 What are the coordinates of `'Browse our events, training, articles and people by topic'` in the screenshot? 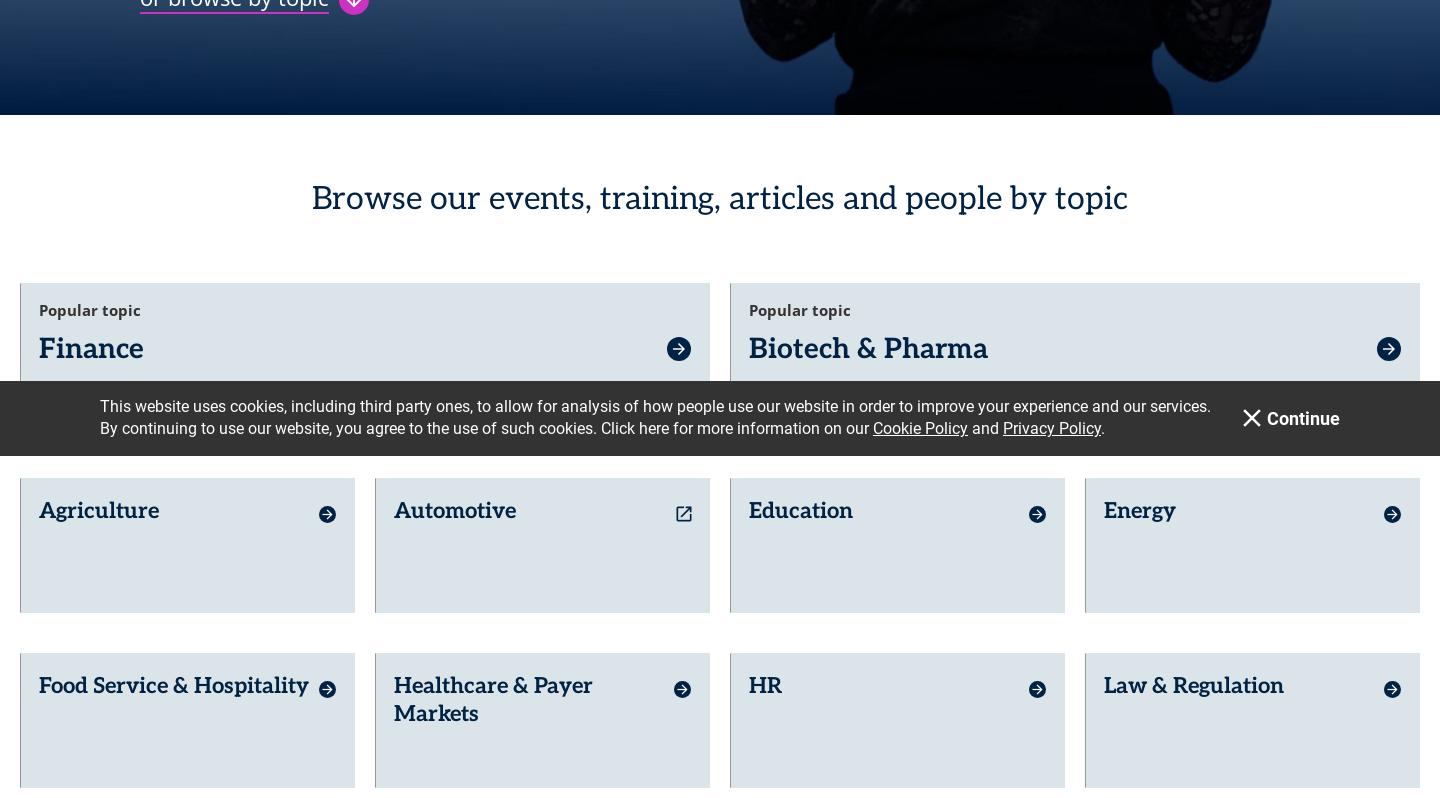 It's located at (311, 183).